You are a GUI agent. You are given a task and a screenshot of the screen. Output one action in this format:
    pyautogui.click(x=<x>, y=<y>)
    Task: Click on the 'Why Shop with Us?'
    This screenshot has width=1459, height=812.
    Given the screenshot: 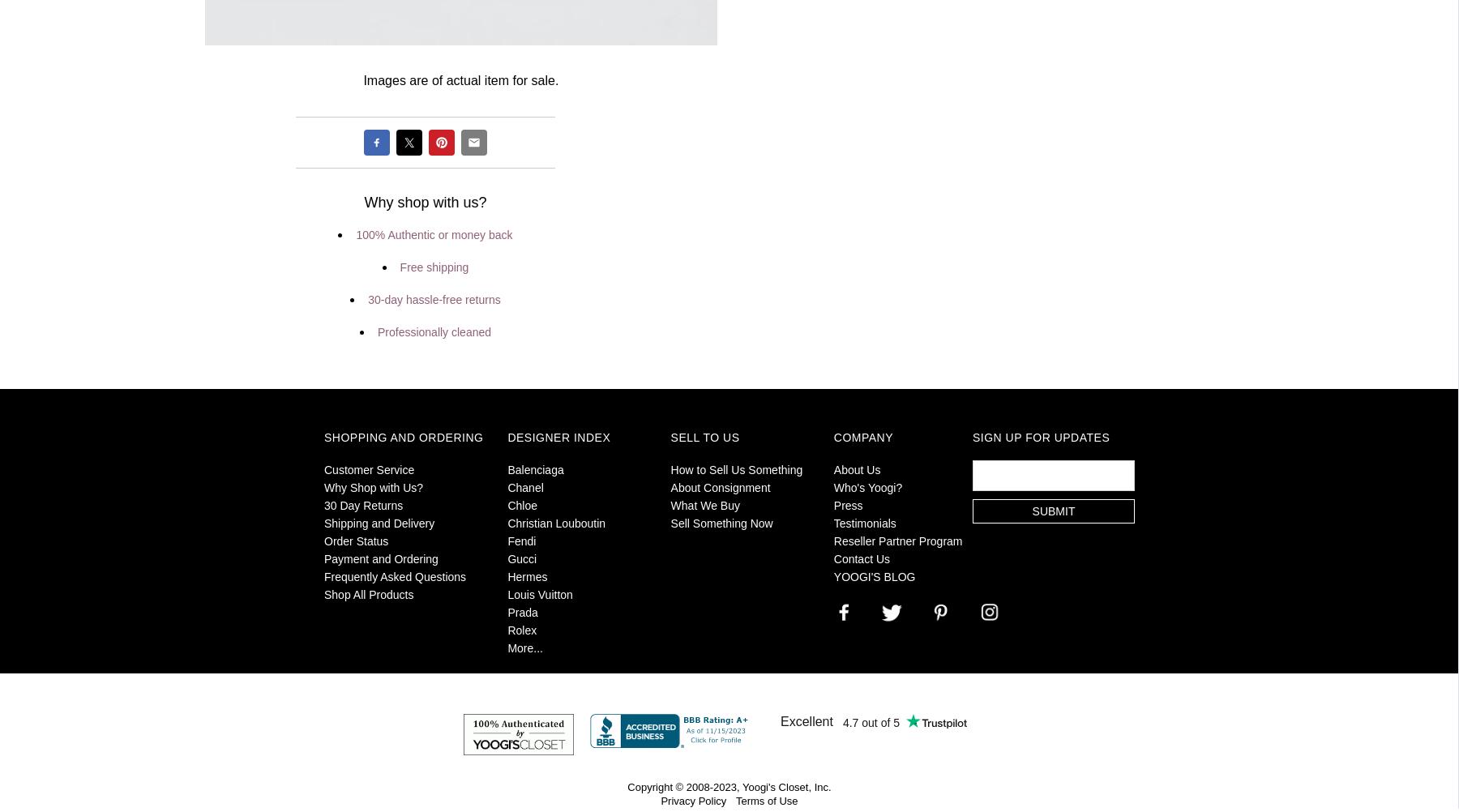 What is the action you would take?
    pyautogui.click(x=372, y=485)
    